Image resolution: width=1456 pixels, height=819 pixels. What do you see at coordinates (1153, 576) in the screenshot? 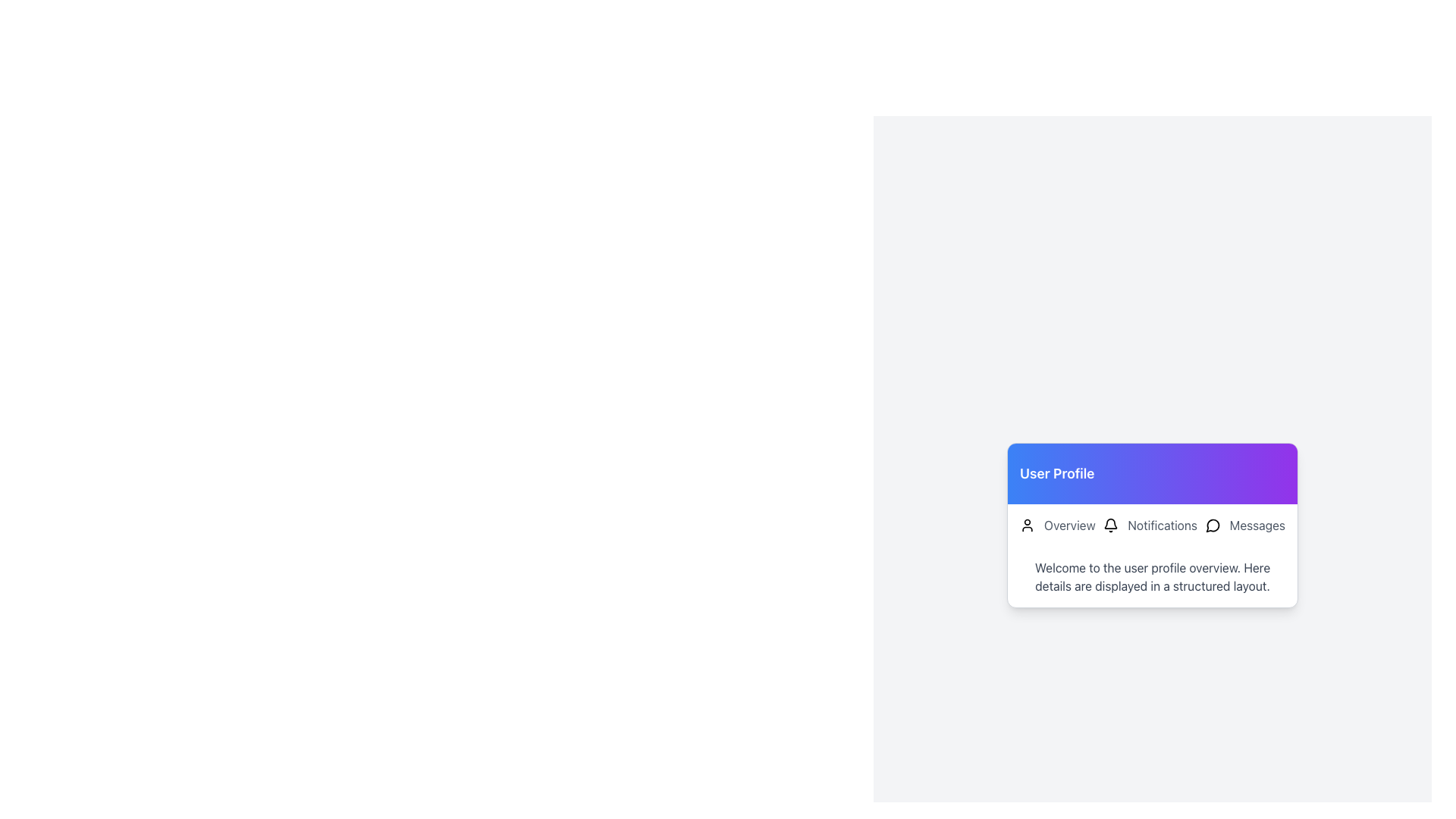
I see `the text block that reads 'Welcome to the user profile overview. Here details are displayed in a structured layout.' styled with gray font against a white background` at bounding box center [1153, 576].